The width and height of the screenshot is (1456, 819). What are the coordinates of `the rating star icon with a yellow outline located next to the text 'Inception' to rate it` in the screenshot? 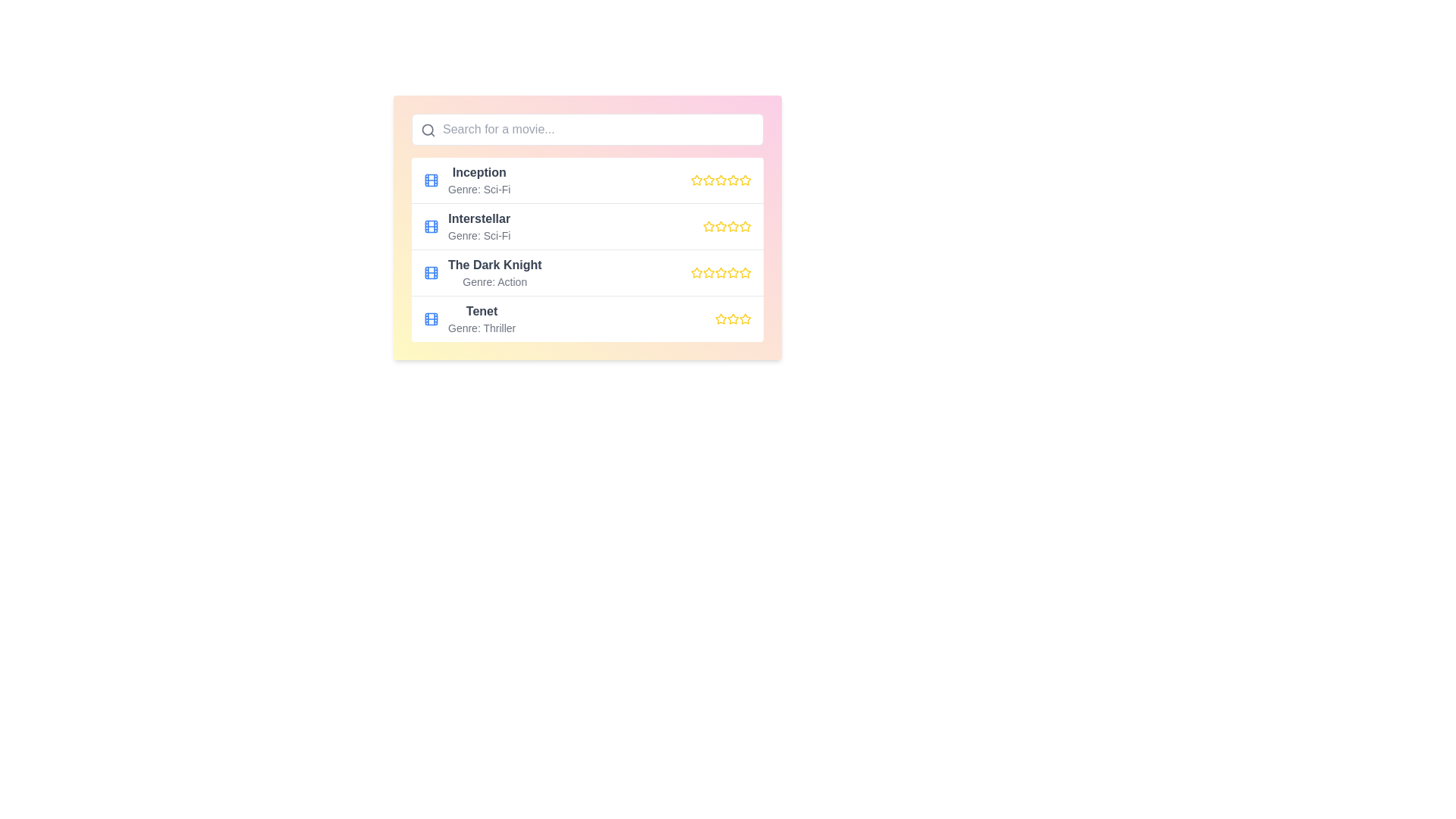 It's located at (695, 179).